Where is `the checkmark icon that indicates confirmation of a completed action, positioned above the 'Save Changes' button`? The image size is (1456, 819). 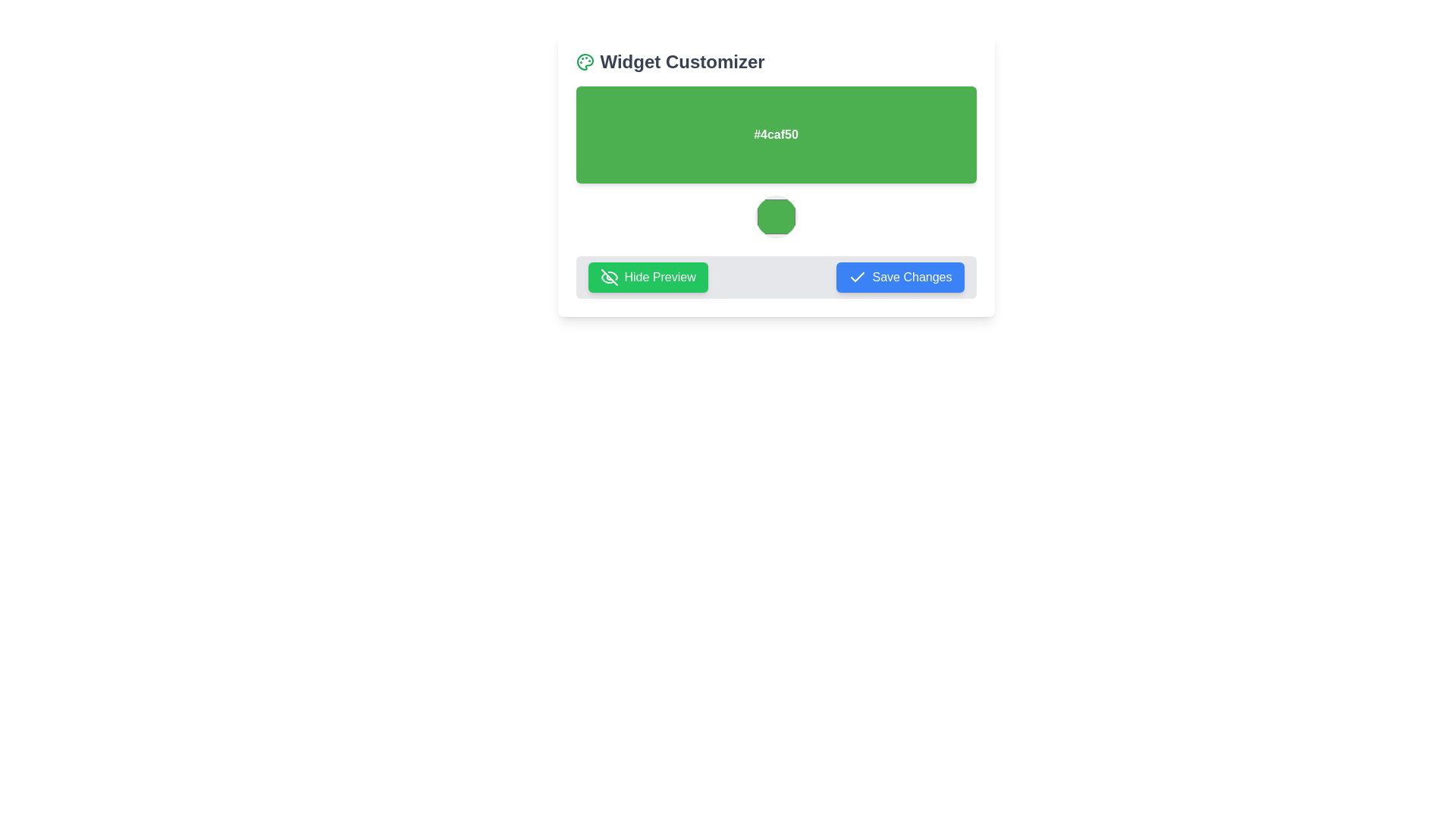
the checkmark icon that indicates confirmation of a completed action, positioned above the 'Save Changes' button is located at coordinates (857, 277).